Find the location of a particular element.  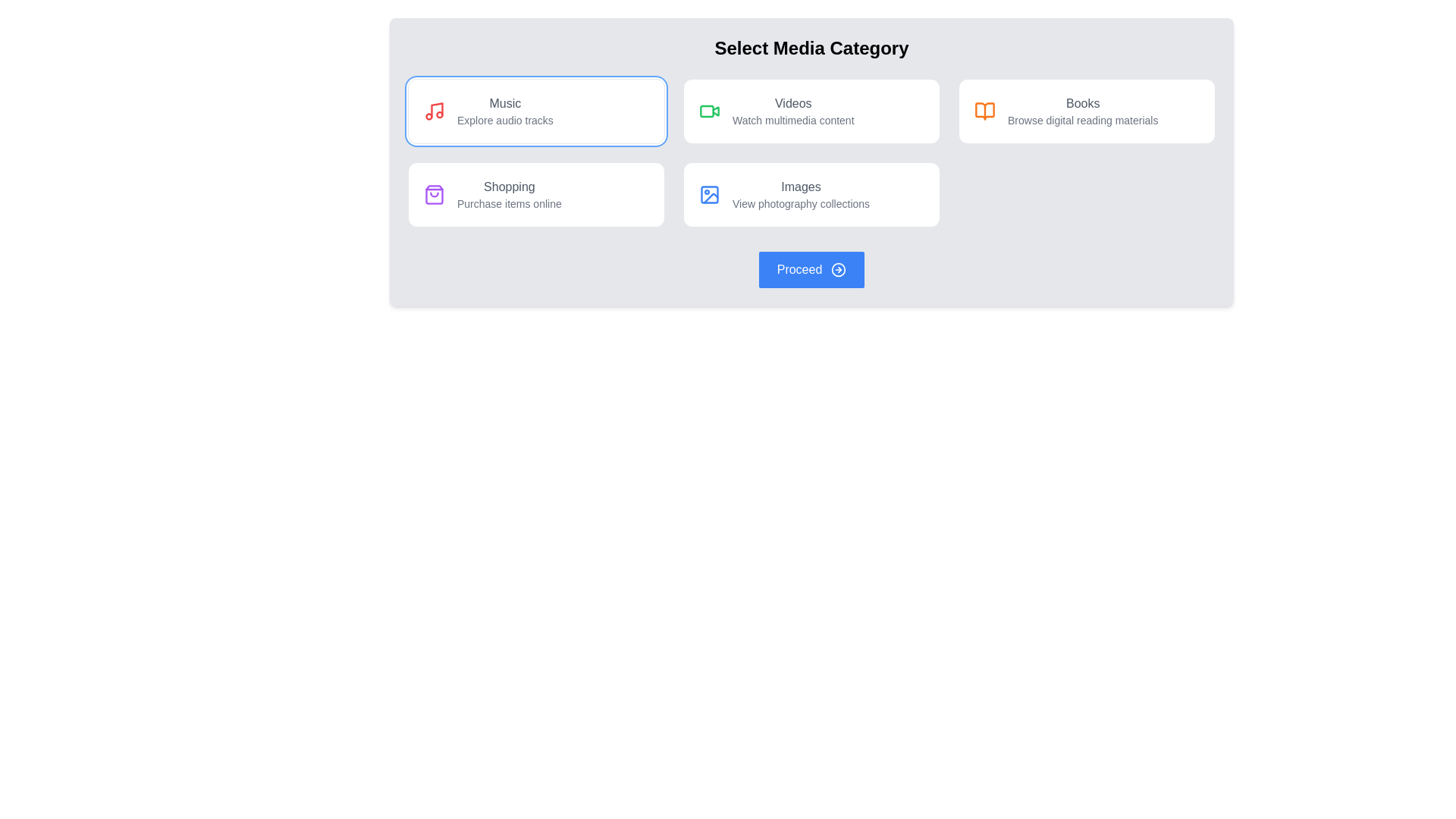

the 'Music' label and description text element, which is part of a rectangular card styled with a light background, featuring the text 'Music' in larger gray font and 'Explore audio tracks' in smaller gray font, located in the top-left card under the 'Select Media Category' header is located at coordinates (505, 110).